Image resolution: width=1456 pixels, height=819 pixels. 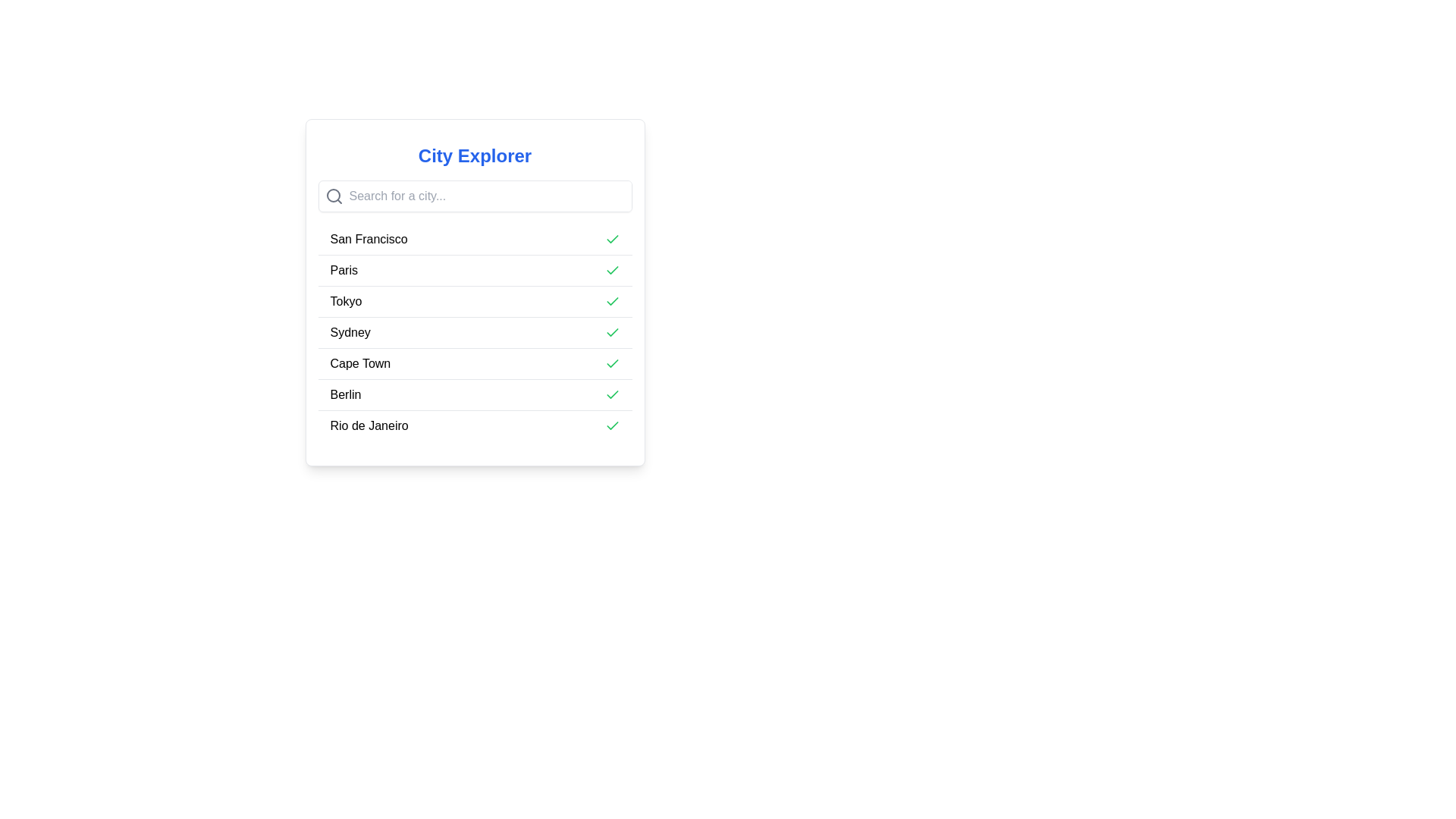 I want to click on the search input field for city exploration by clicking on it, so click(x=474, y=195).